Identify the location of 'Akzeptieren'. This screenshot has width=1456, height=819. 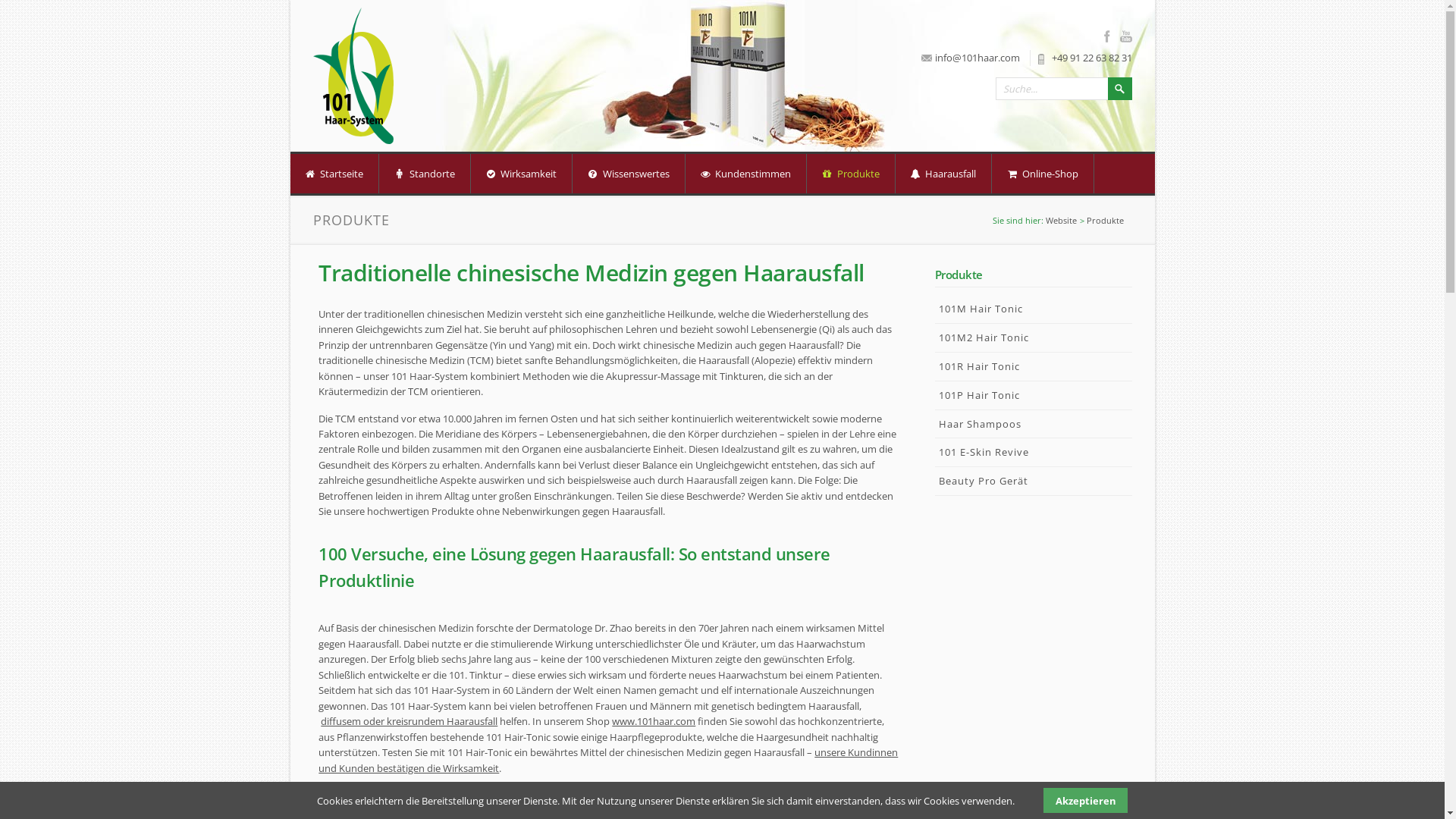
(1084, 799).